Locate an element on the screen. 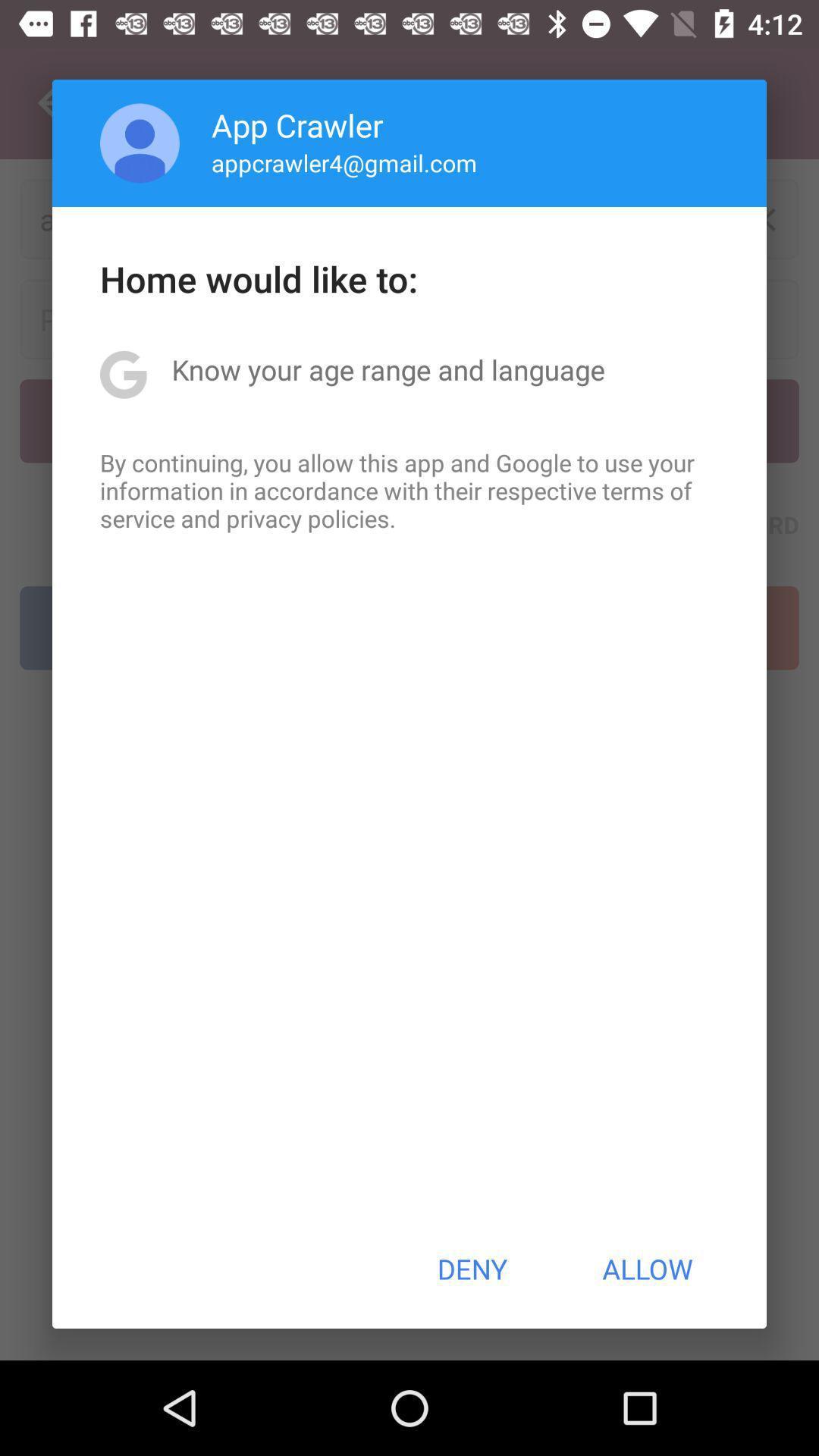 This screenshot has height=1456, width=819. deny icon is located at coordinates (471, 1269).